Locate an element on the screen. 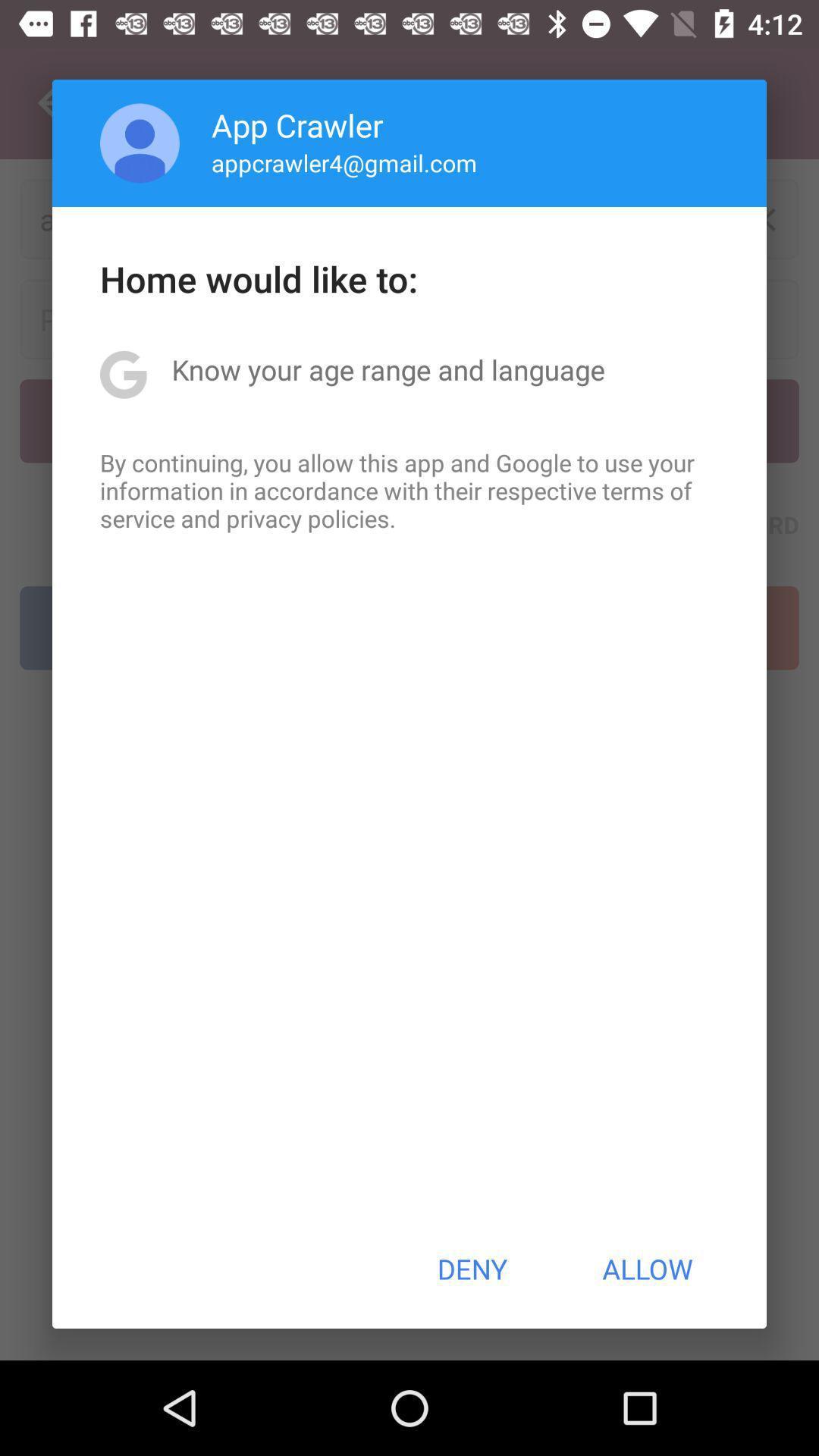 This screenshot has height=1456, width=819. deny icon is located at coordinates (471, 1269).